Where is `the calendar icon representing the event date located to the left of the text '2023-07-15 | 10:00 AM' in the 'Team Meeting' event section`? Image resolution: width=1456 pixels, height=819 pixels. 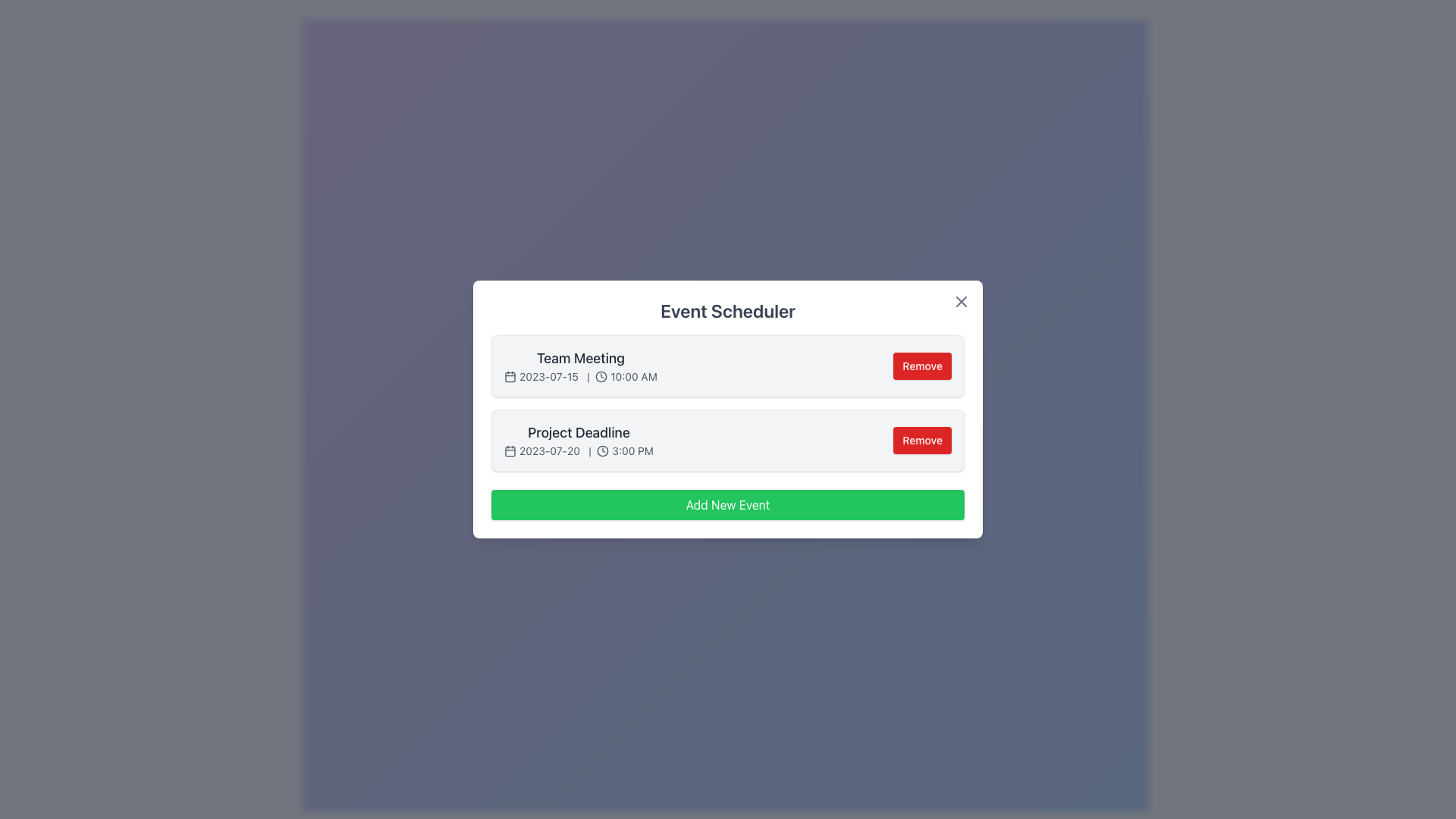
the calendar icon representing the event date located to the left of the text '2023-07-15 | 10:00 AM' in the 'Team Meeting' event section is located at coordinates (510, 376).